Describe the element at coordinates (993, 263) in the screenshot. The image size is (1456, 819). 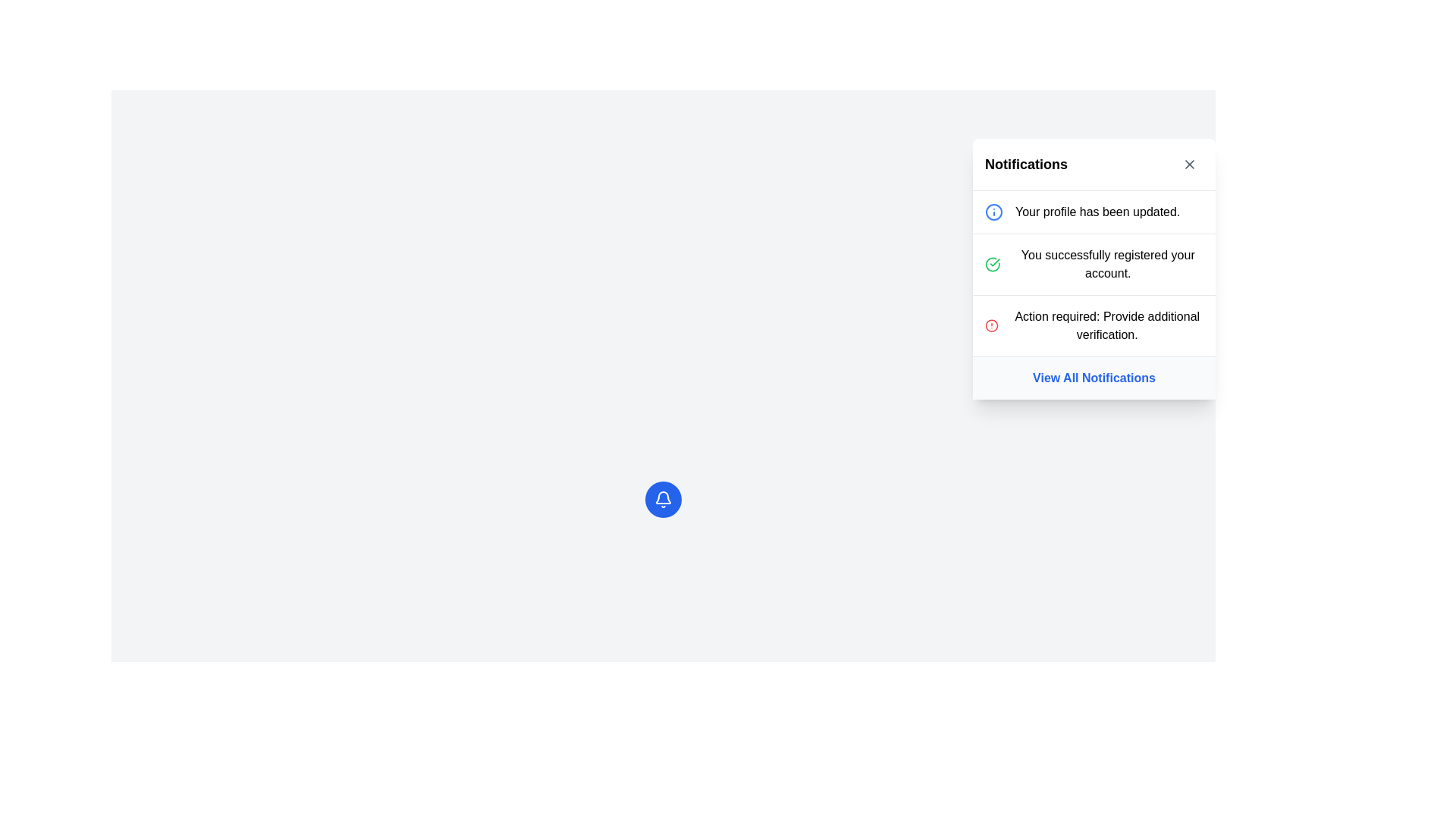
I see `the decorative icon with a green outline and checkmark, which is the first icon in the second notification item in the right-hand notification panel` at that location.